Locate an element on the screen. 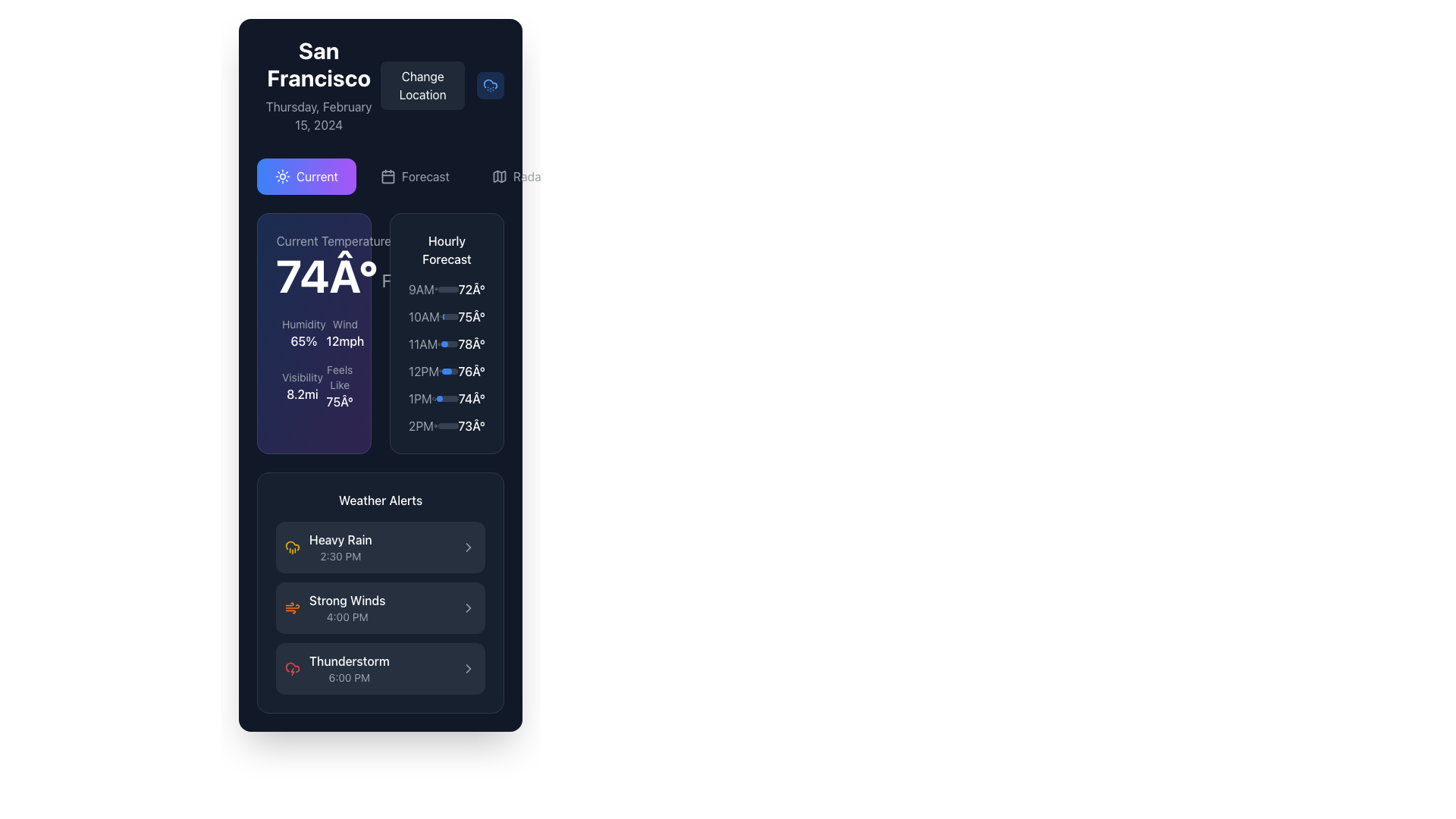  weather alert information displayed in the first item of the 'Weather Alerts' list, indicating heavy rain and its occurrence time is located at coordinates (328, 547).